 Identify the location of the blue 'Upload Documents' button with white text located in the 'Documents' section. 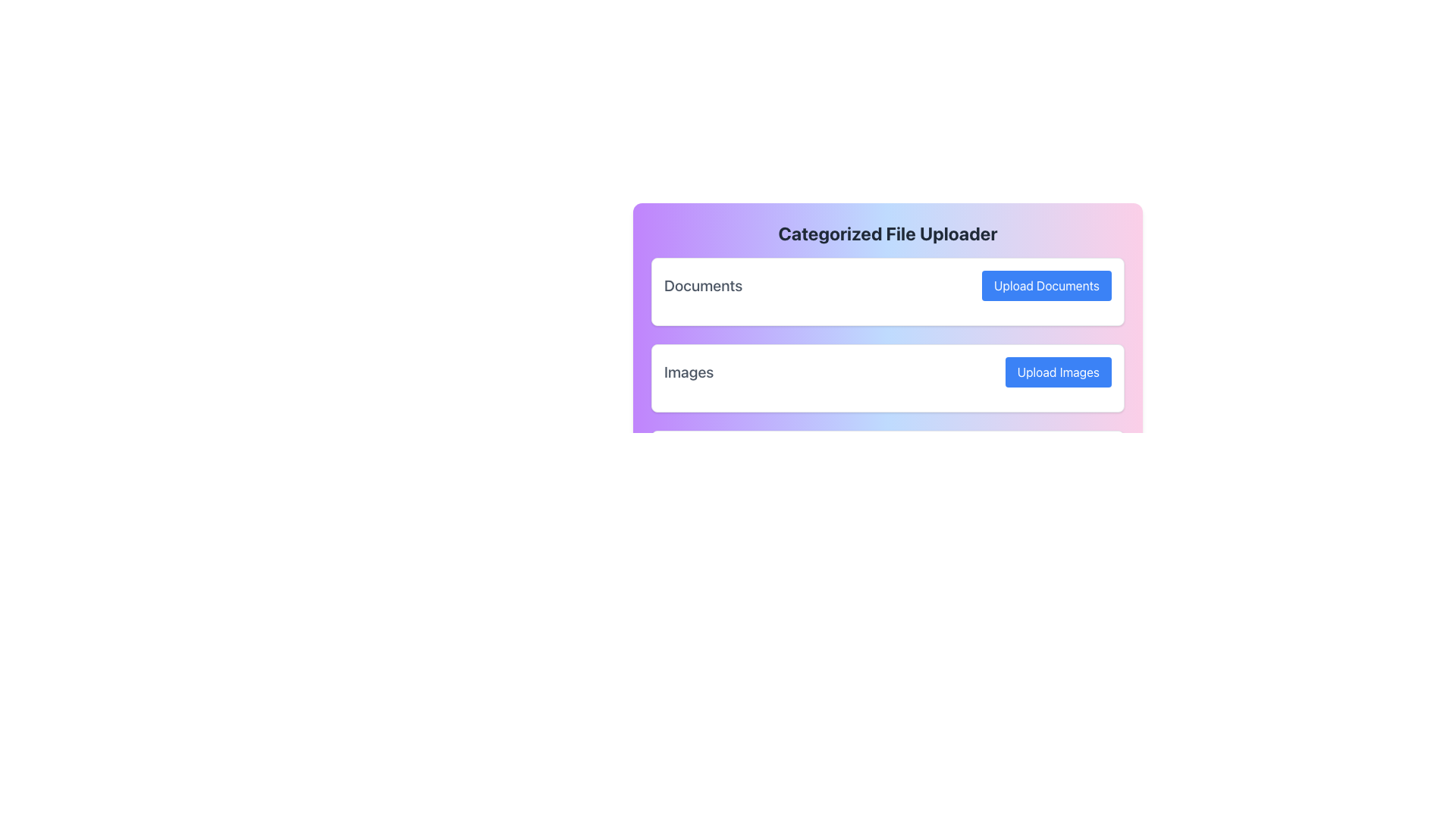
(1046, 286).